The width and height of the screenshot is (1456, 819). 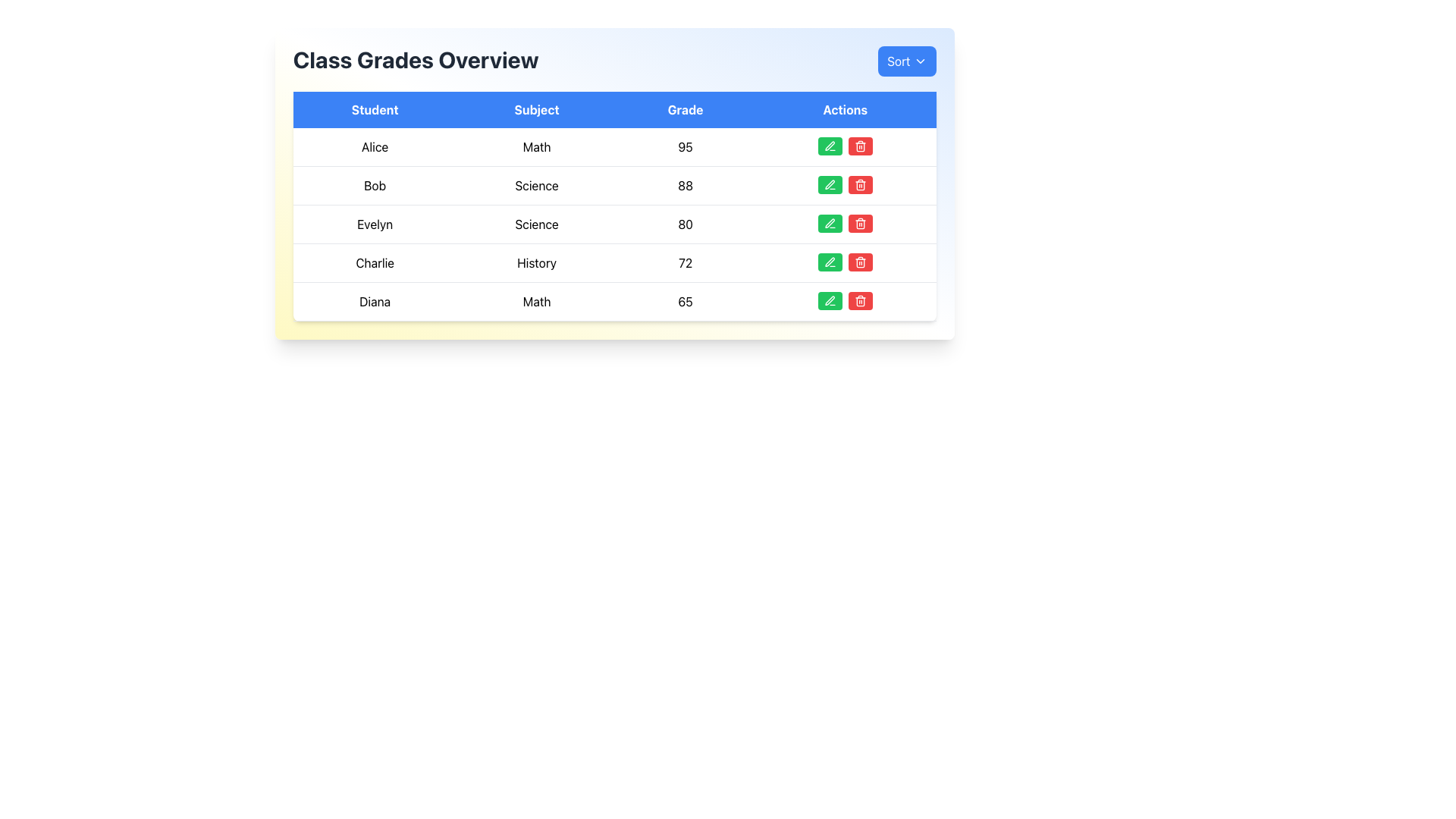 I want to click on the bold white text label reading 'Subject' located on a blue background in the table header row, so click(x=537, y=109).